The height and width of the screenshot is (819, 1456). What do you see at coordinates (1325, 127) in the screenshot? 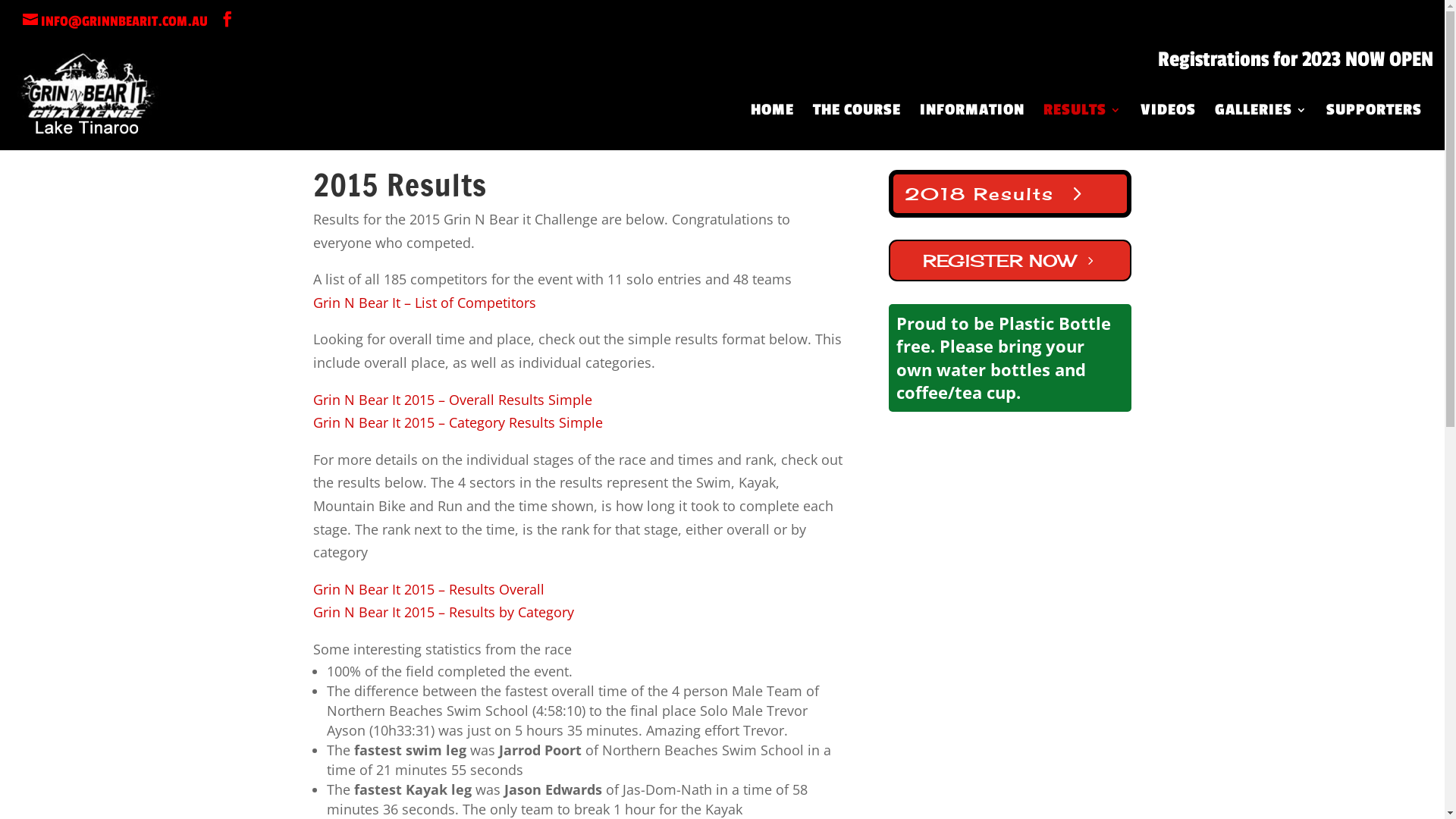
I see `'SUPPORTERS'` at bounding box center [1325, 127].